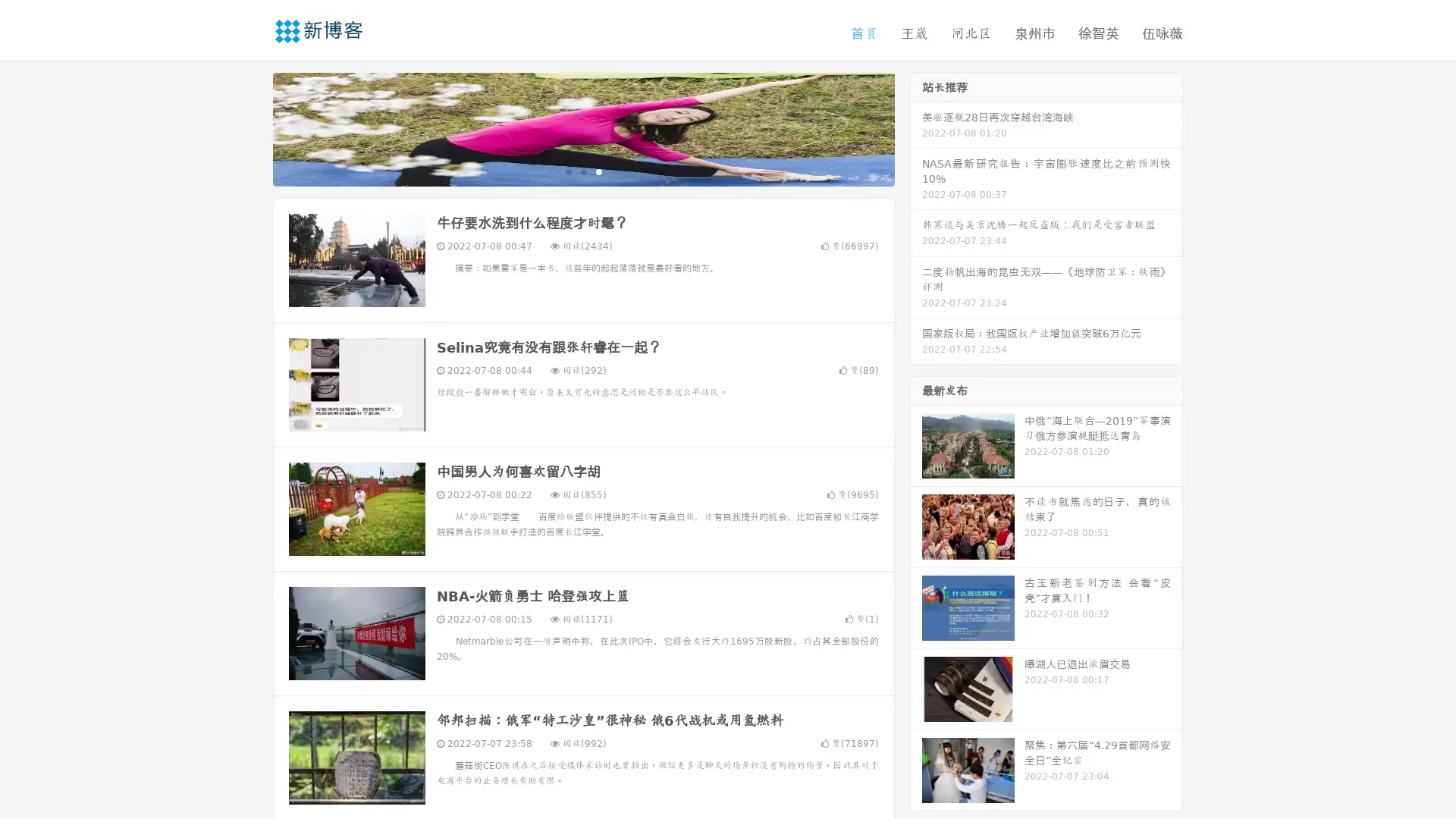  What do you see at coordinates (582, 171) in the screenshot?
I see `Go to slide 2` at bounding box center [582, 171].